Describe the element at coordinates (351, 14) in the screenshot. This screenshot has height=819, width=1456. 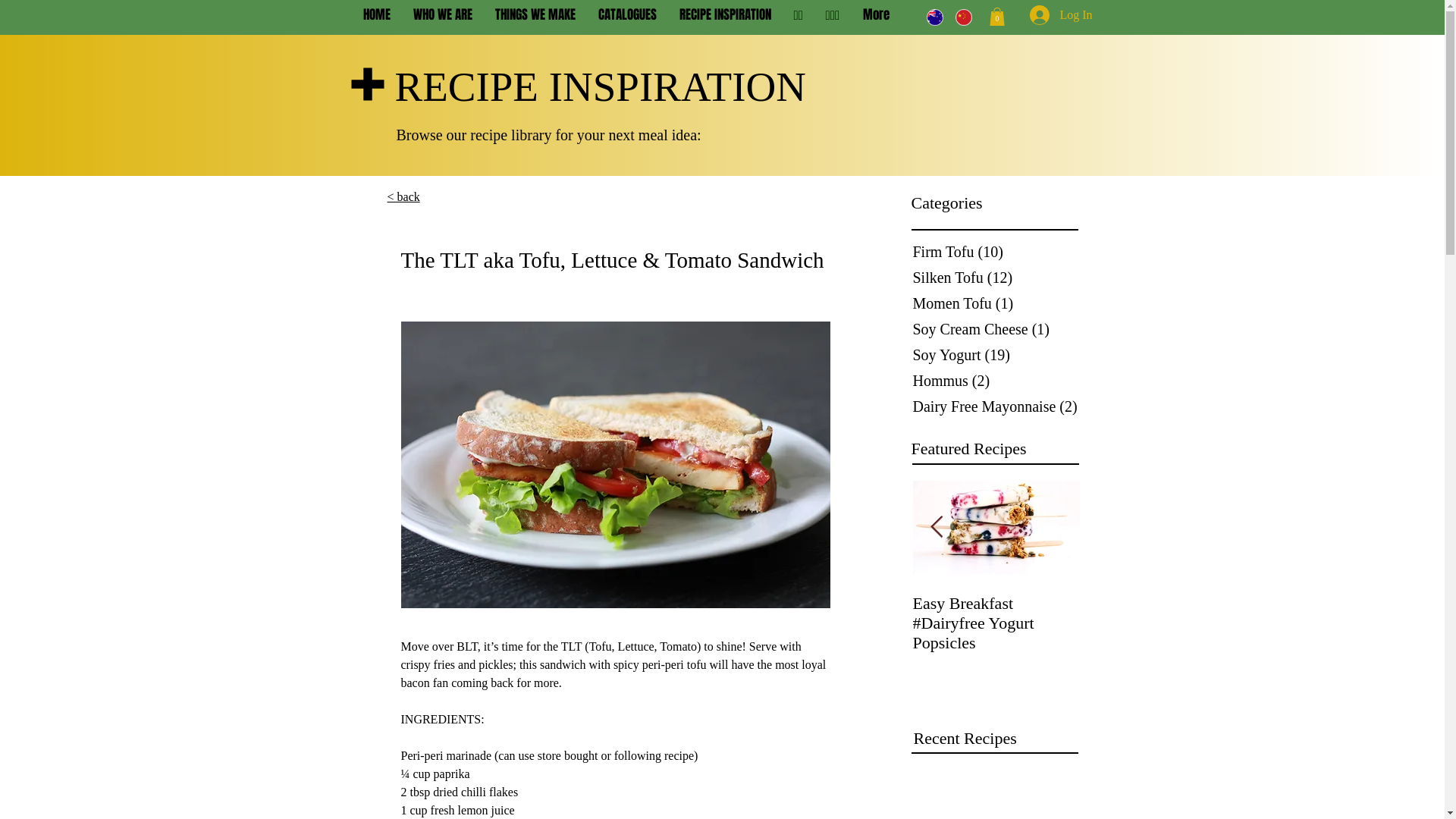
I see `'HOME'` at that location.